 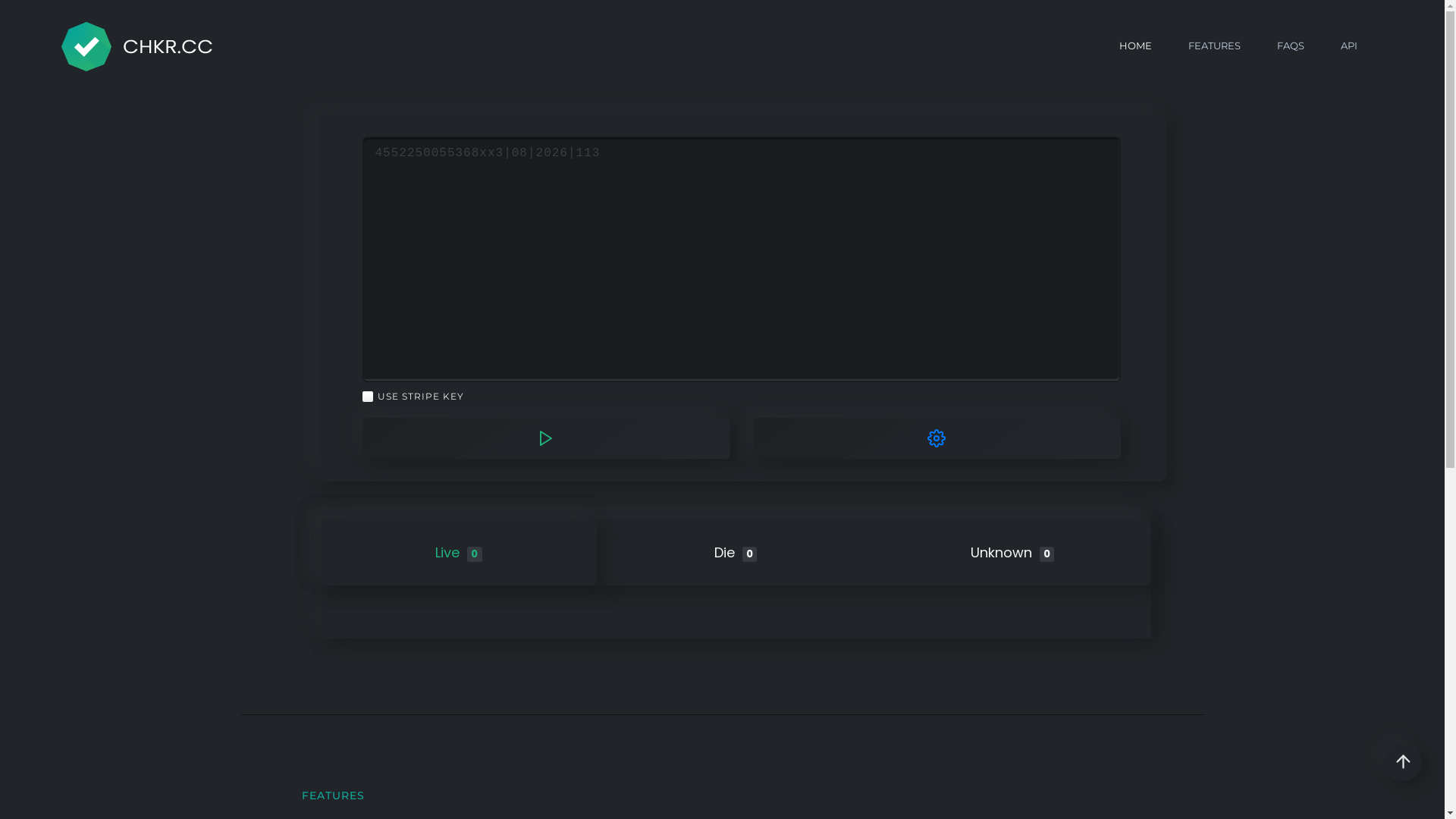 What do you see at coordinates (1214, 45) in the screenshot?
I see `'FEATURES'` at bounding box center [1214, 45].